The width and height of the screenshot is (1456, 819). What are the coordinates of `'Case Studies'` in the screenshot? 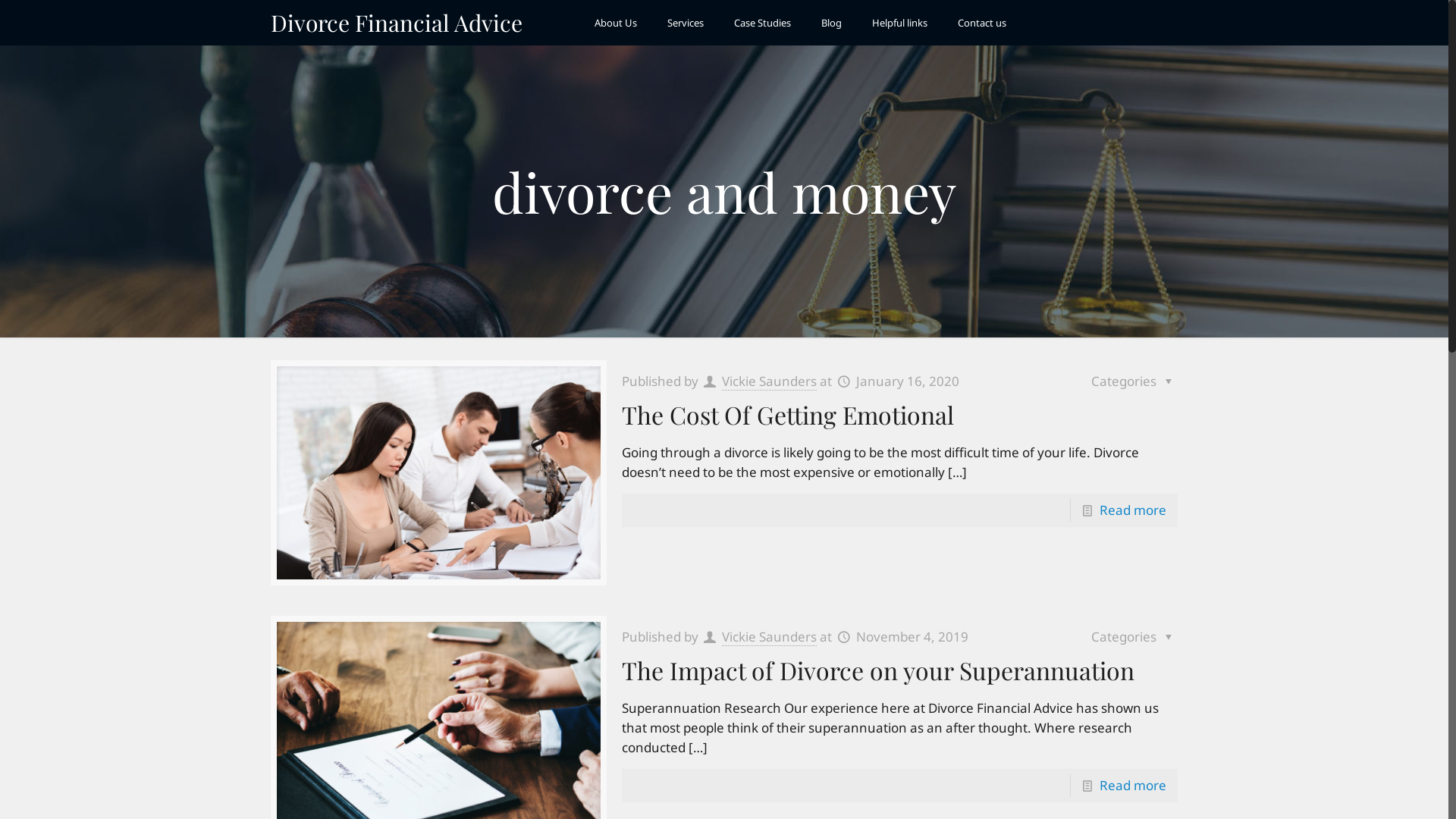 It's located at (527, 651).